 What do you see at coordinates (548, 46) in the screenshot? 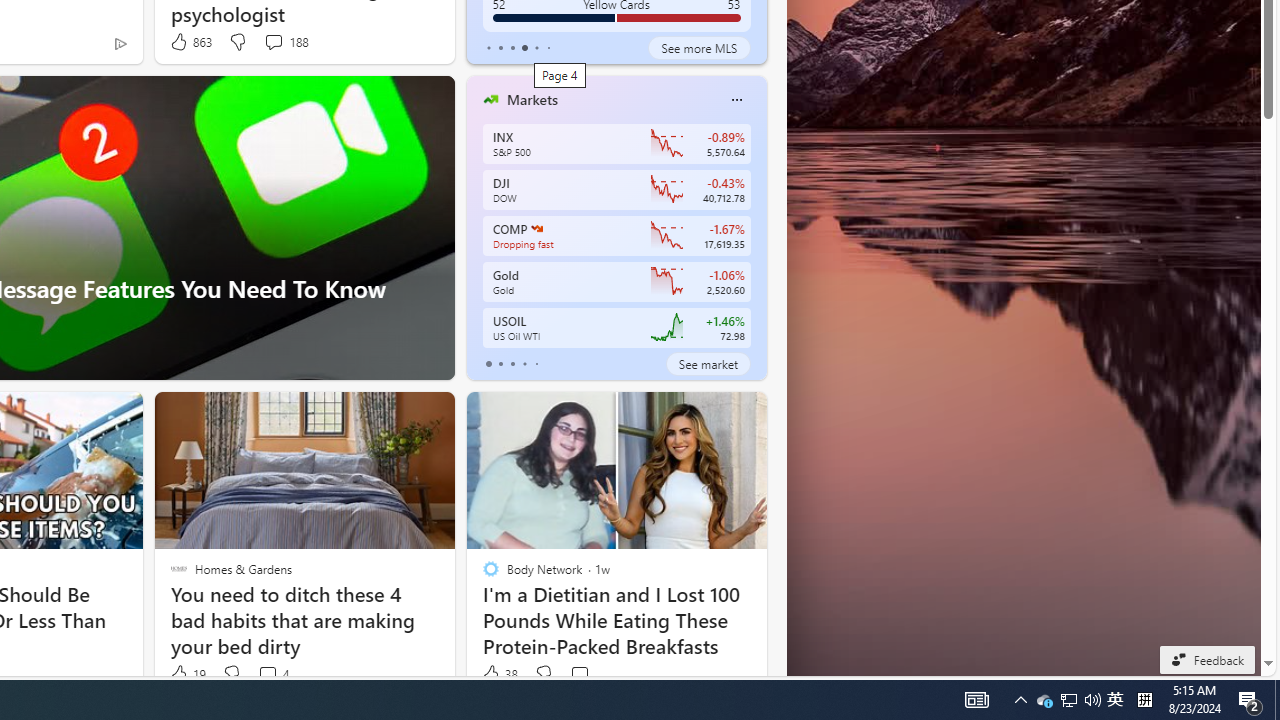
I see `'tab-5'` at bounding box center [548, 46].